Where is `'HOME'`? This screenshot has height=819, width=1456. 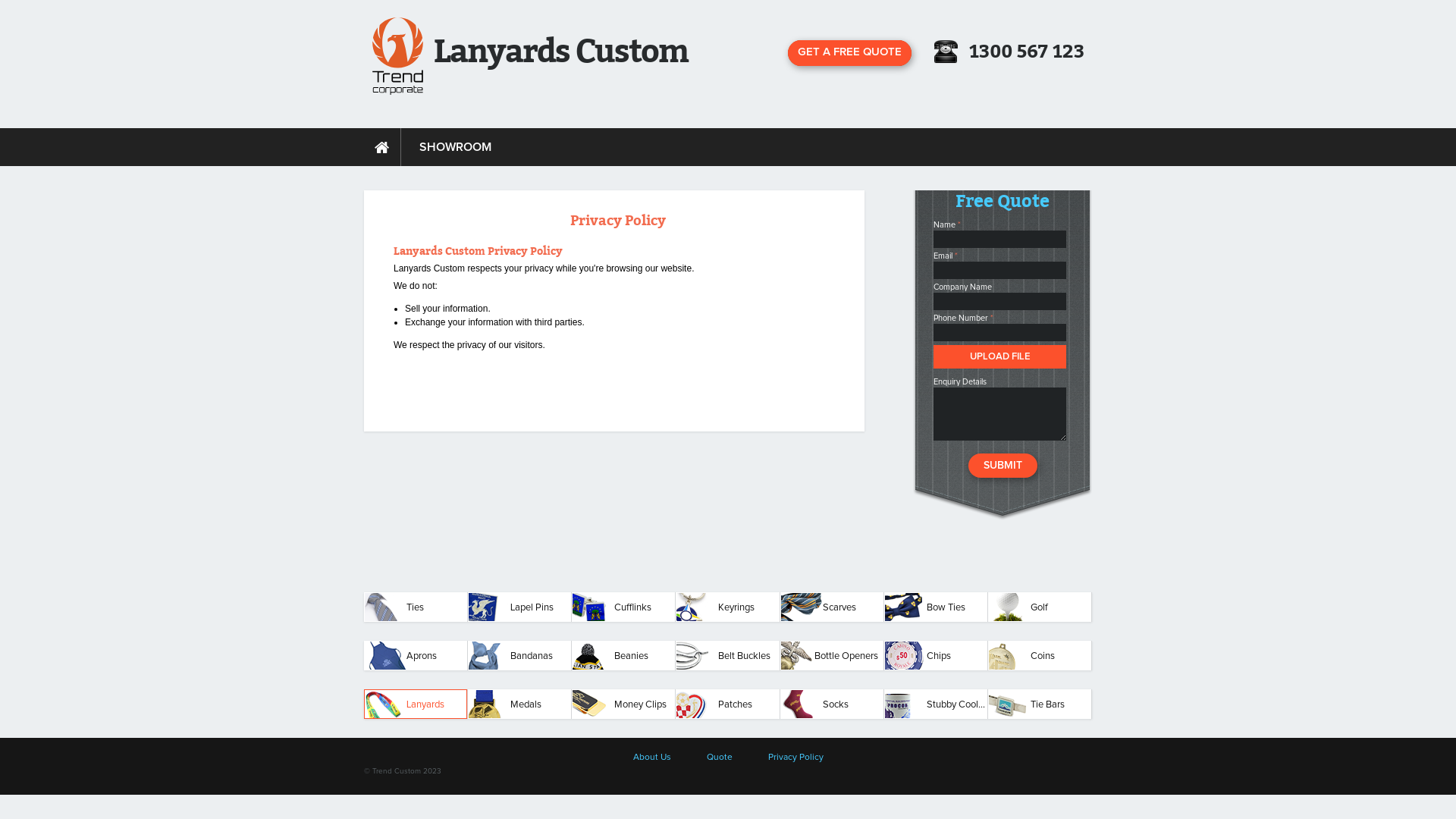
'HOME' is located at coordinates (382, 146).